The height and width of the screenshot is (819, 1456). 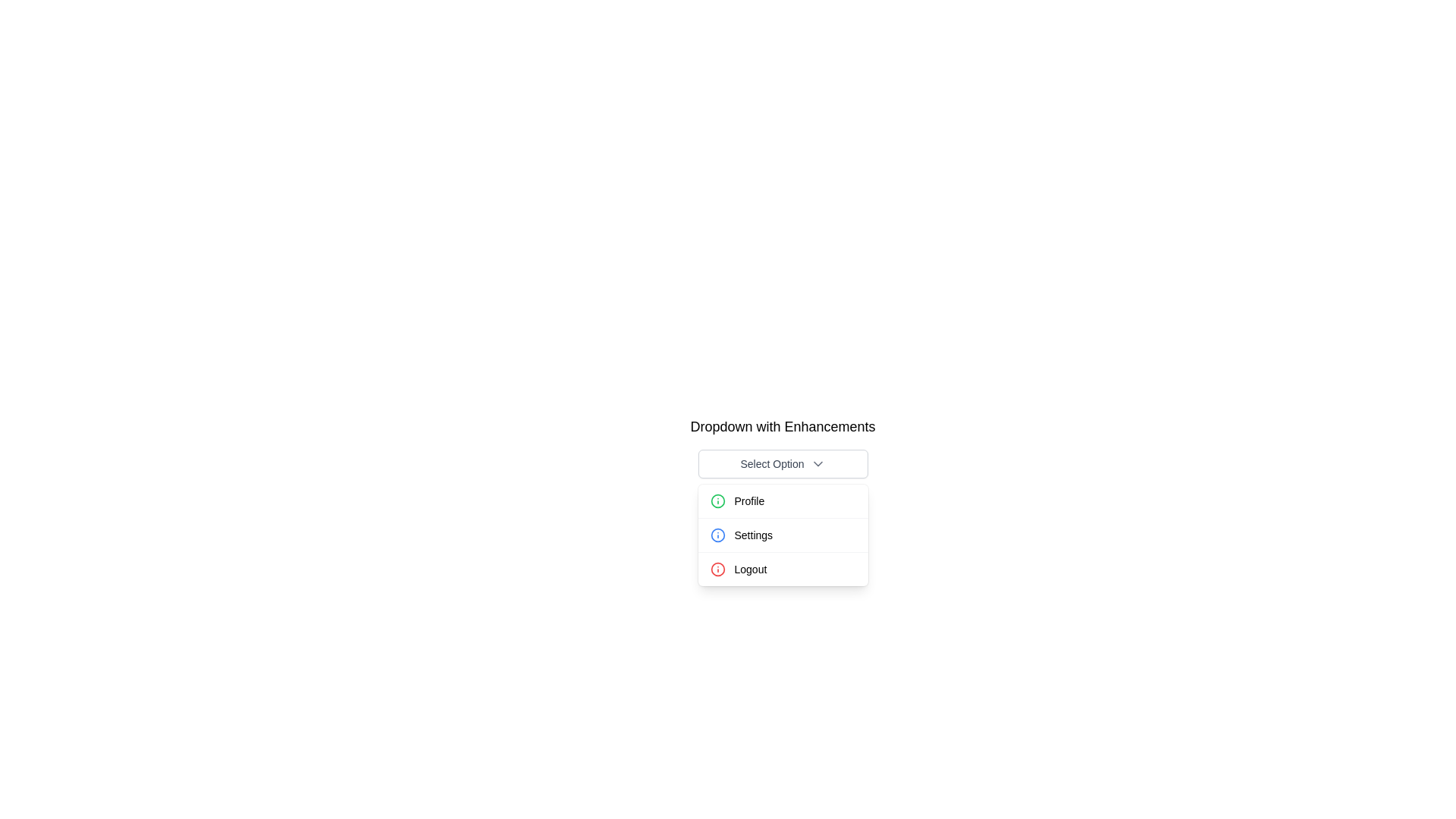 I want to click on the 'Settings' text label, which is the second item in the dropdown menu, located below 'Profile' and above 'Logout', so click(x=753, y=534).